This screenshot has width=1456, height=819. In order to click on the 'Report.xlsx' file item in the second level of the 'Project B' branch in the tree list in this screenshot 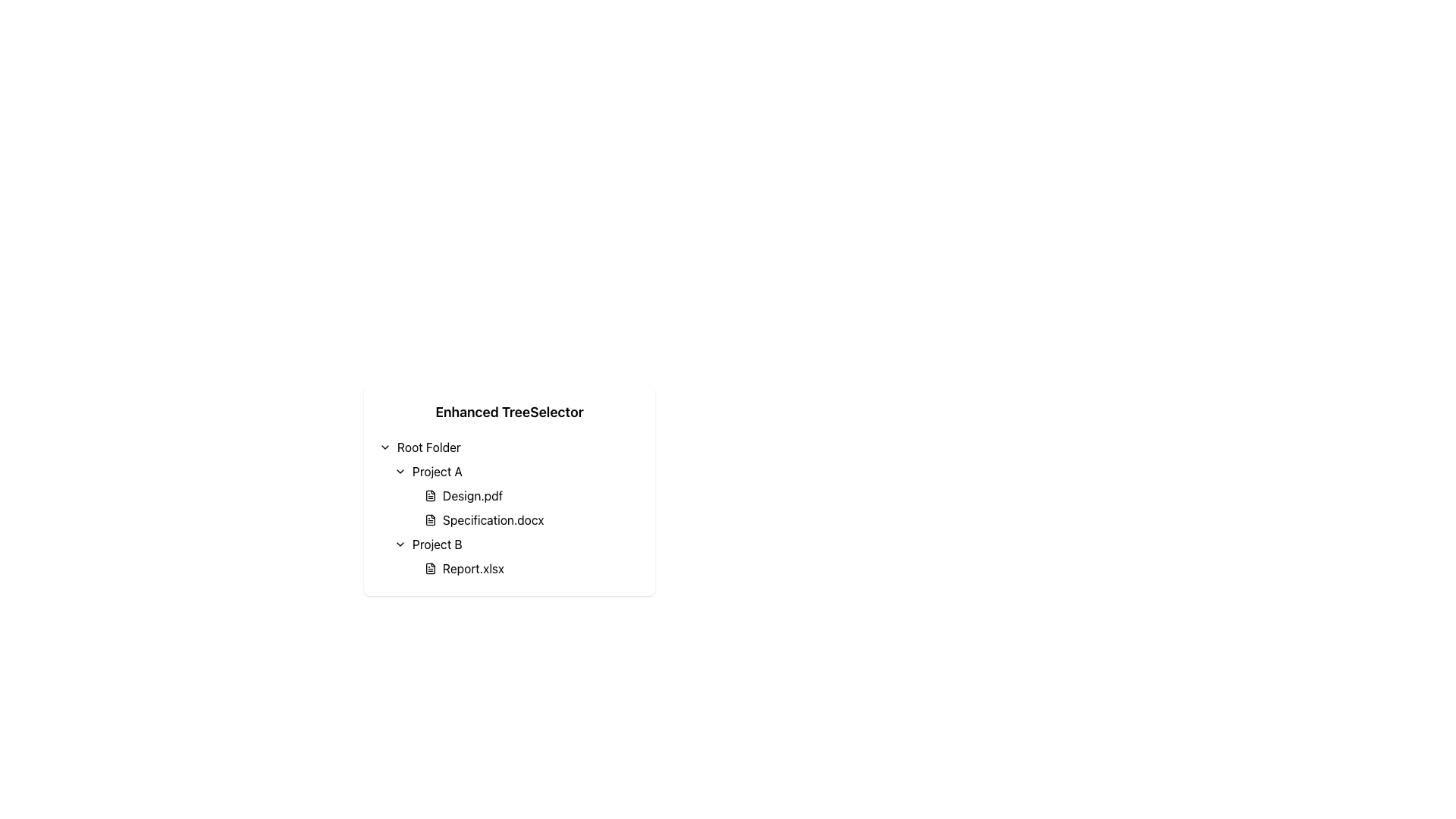, I will do `click(532, 568)`.